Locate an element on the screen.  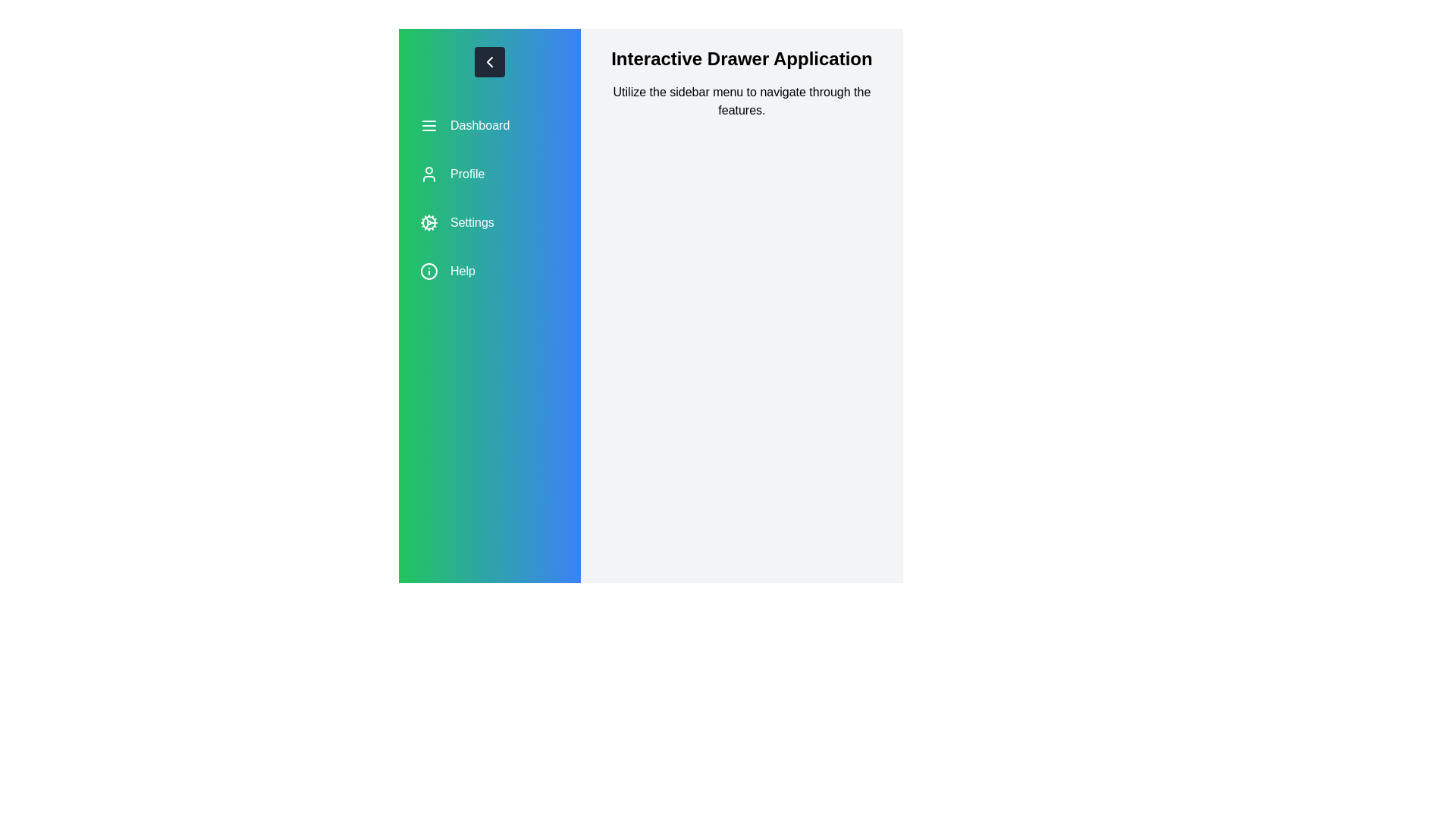
the menu option Dashboard to see its hover effect is located at coordinates (489, 124).